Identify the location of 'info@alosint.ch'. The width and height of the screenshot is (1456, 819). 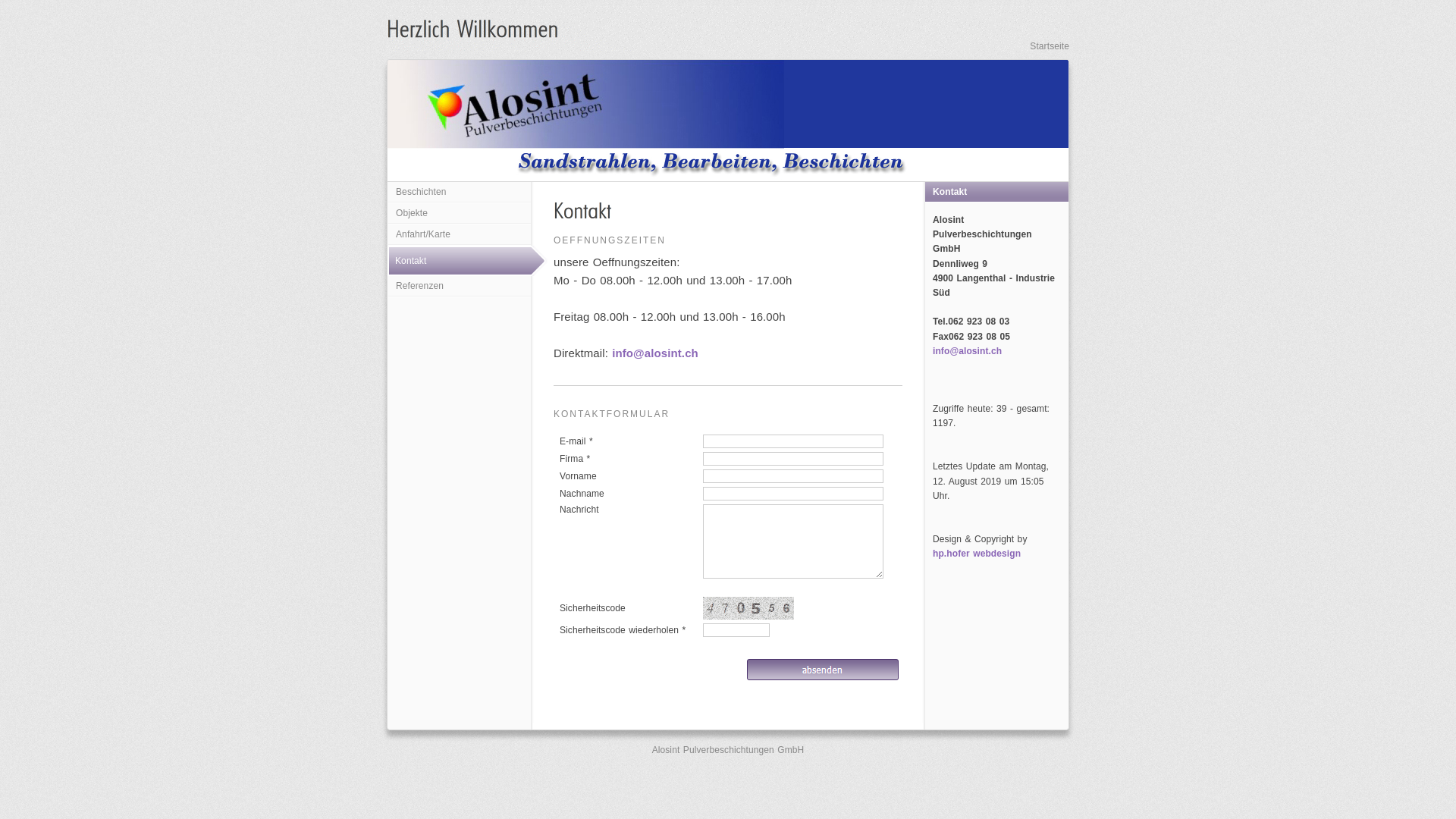
(611, 353).